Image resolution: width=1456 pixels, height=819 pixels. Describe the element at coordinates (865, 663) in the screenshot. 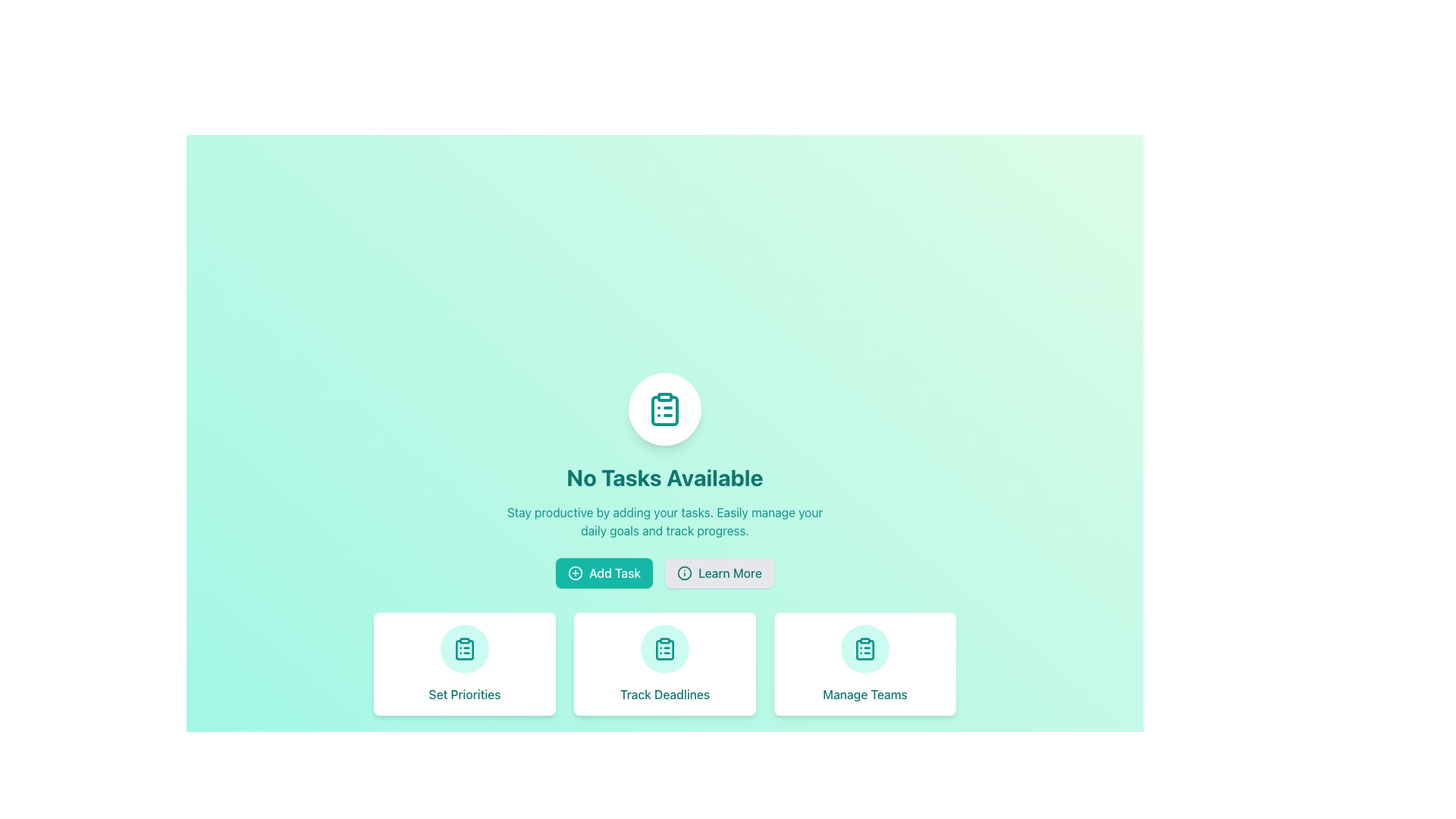

I see `the third card in the grid layout, which serves as a navigational button for managing teams` at that location.